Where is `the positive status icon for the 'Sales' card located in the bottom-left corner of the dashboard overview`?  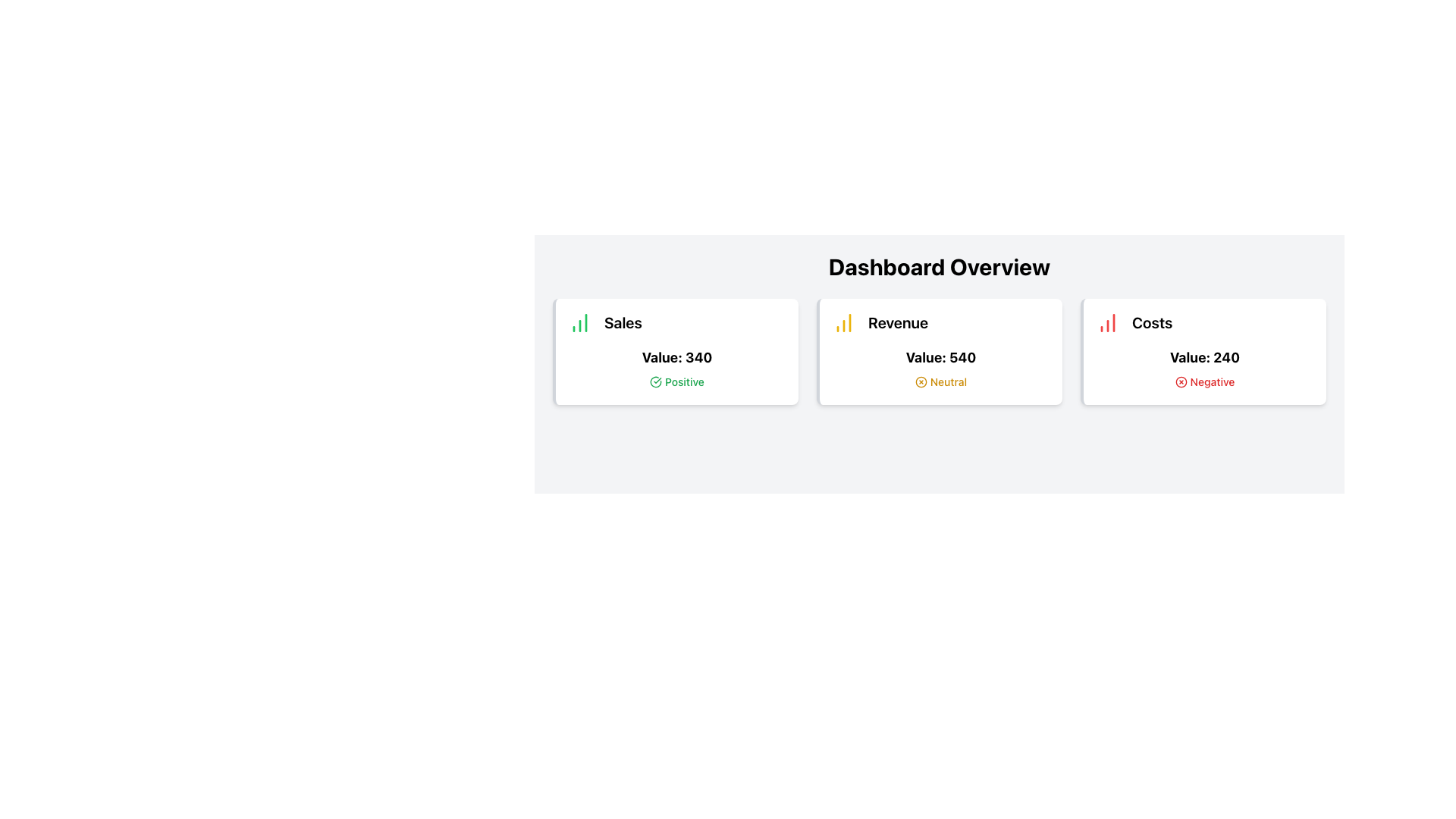 the positive status icon for the 'Sales' card located in the bottom-left corner of the dashboard overview is located at coordinates (656, 381).